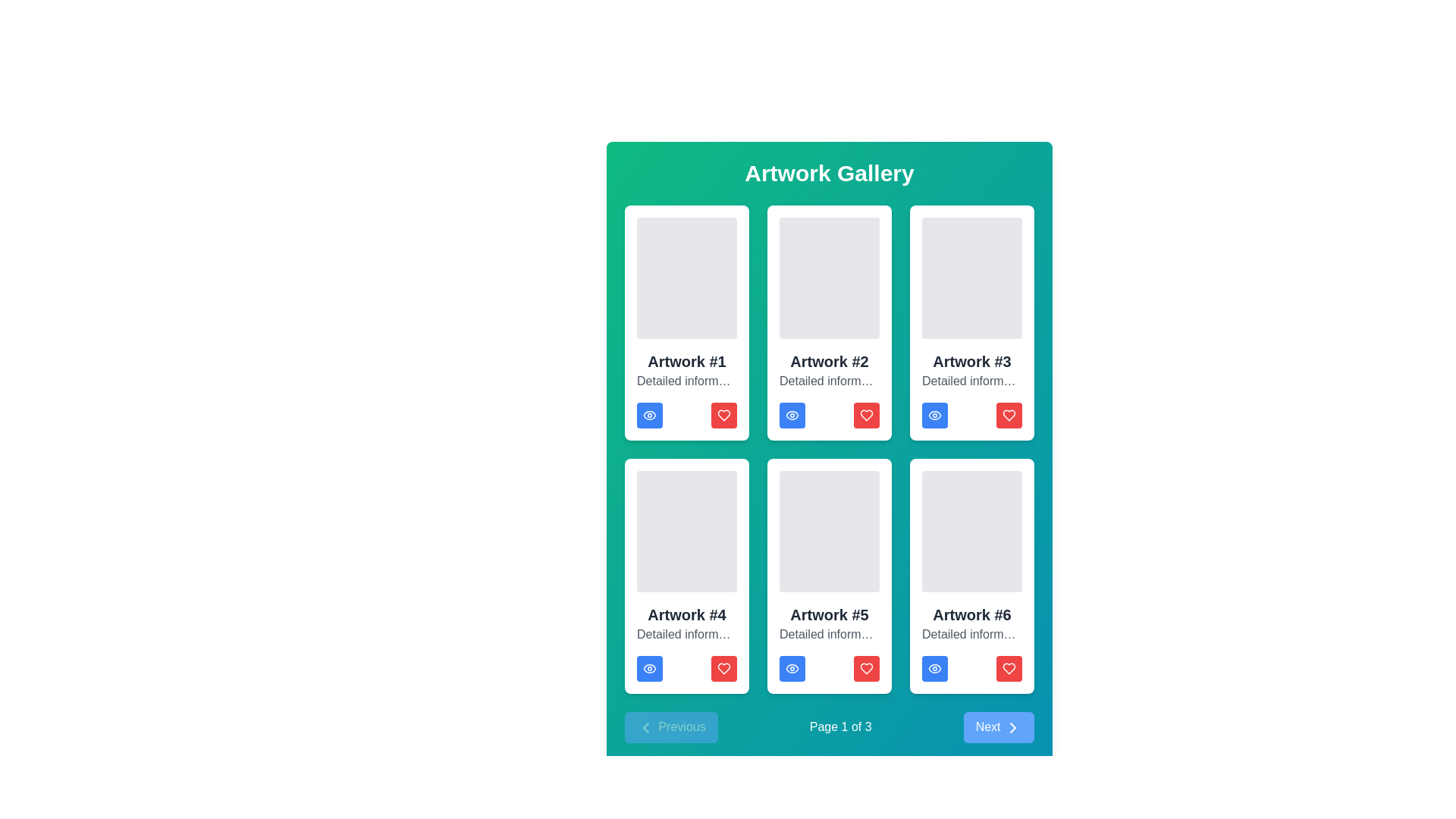 Image resolution: width=1456 pixels, height=819 pixels. Describe the element at coordinates (723, 668) in the screenshot. I see `the icon button located in the bottom-right quadrant of the card labeled 'Artwork #5' to mark it as a favorite` at that location.